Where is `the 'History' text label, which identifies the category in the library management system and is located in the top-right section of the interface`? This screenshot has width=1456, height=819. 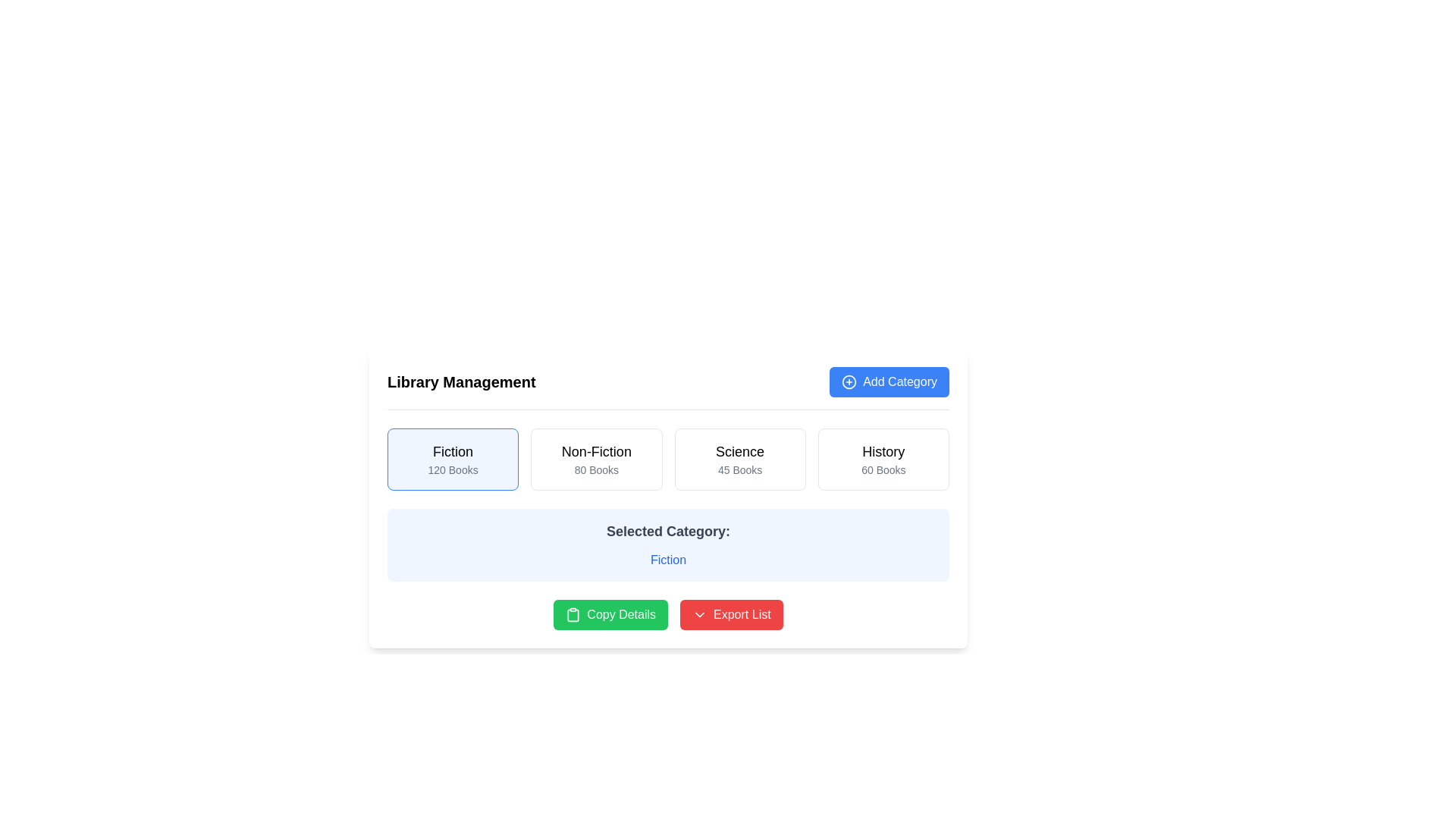 the 'History' text label, which identifies the category in the library management system and is located in the top-right section of the interface is located at coordinates (883, 451).